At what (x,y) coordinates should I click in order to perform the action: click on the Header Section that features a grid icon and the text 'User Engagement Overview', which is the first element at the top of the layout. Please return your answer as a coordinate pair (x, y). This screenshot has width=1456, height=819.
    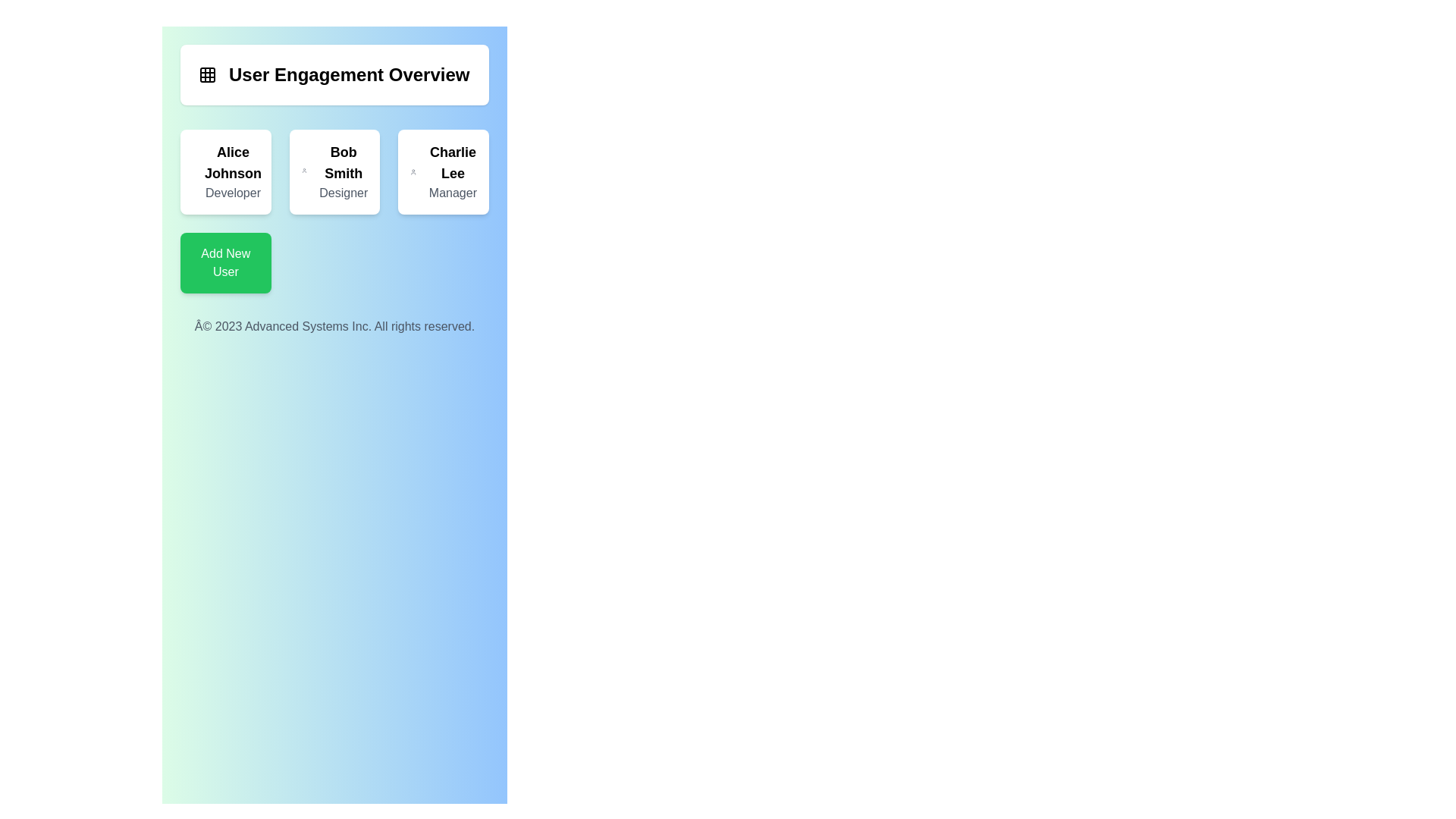
    Looking at the image, I should click on (334, 75).